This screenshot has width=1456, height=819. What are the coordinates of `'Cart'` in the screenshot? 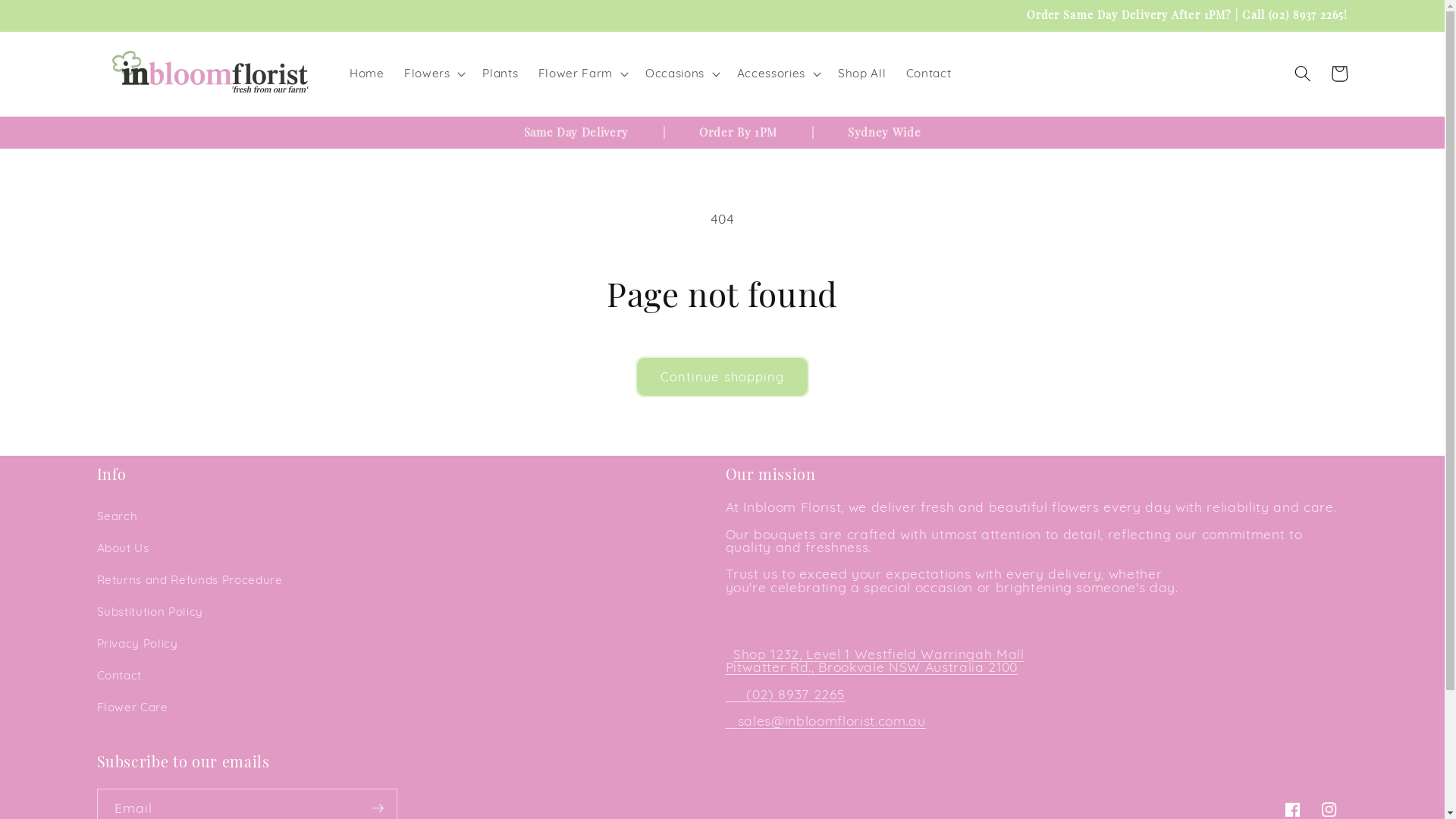 It's located at (1339, 73).